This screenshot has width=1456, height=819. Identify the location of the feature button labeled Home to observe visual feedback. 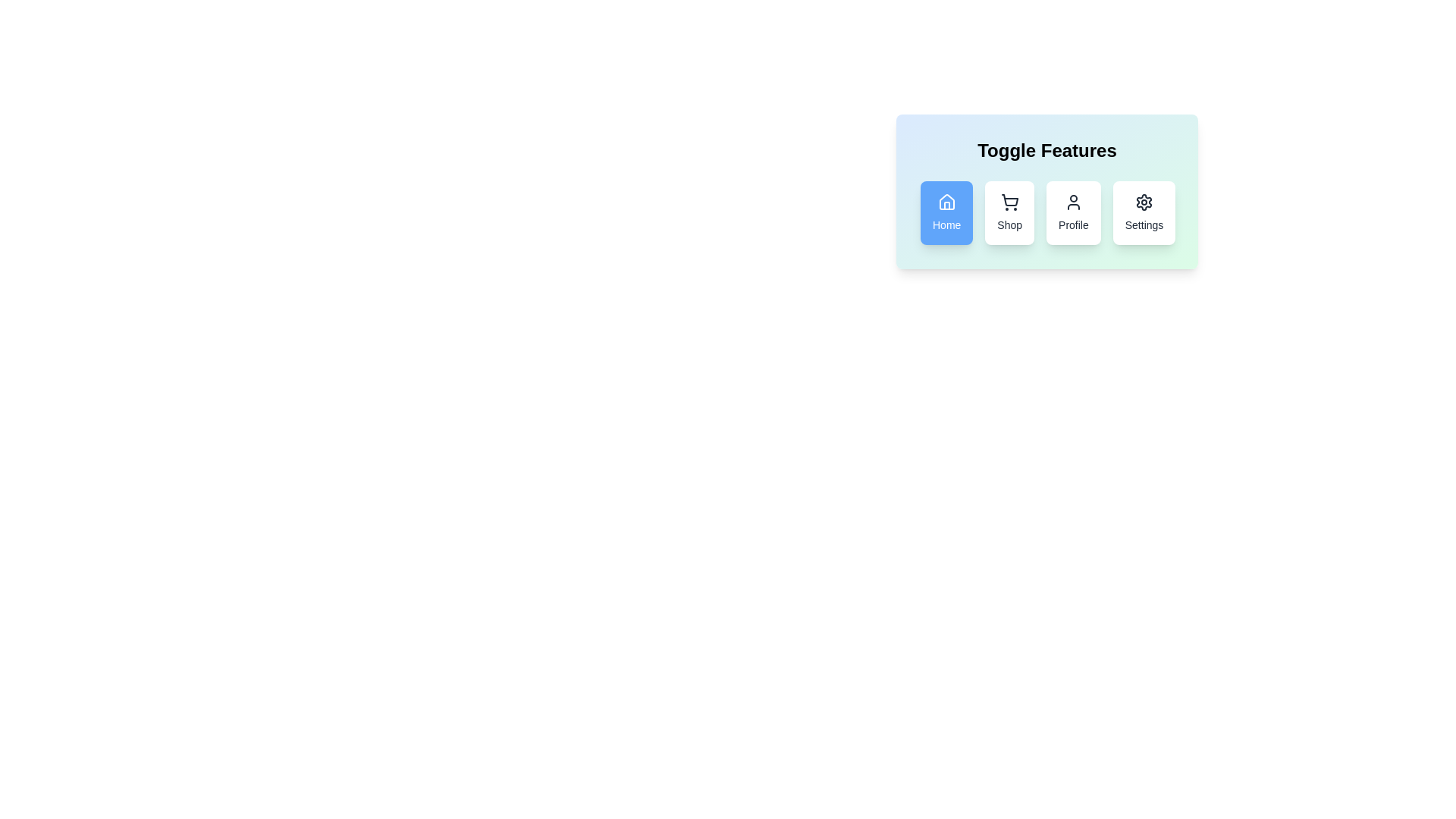
(946, 213).